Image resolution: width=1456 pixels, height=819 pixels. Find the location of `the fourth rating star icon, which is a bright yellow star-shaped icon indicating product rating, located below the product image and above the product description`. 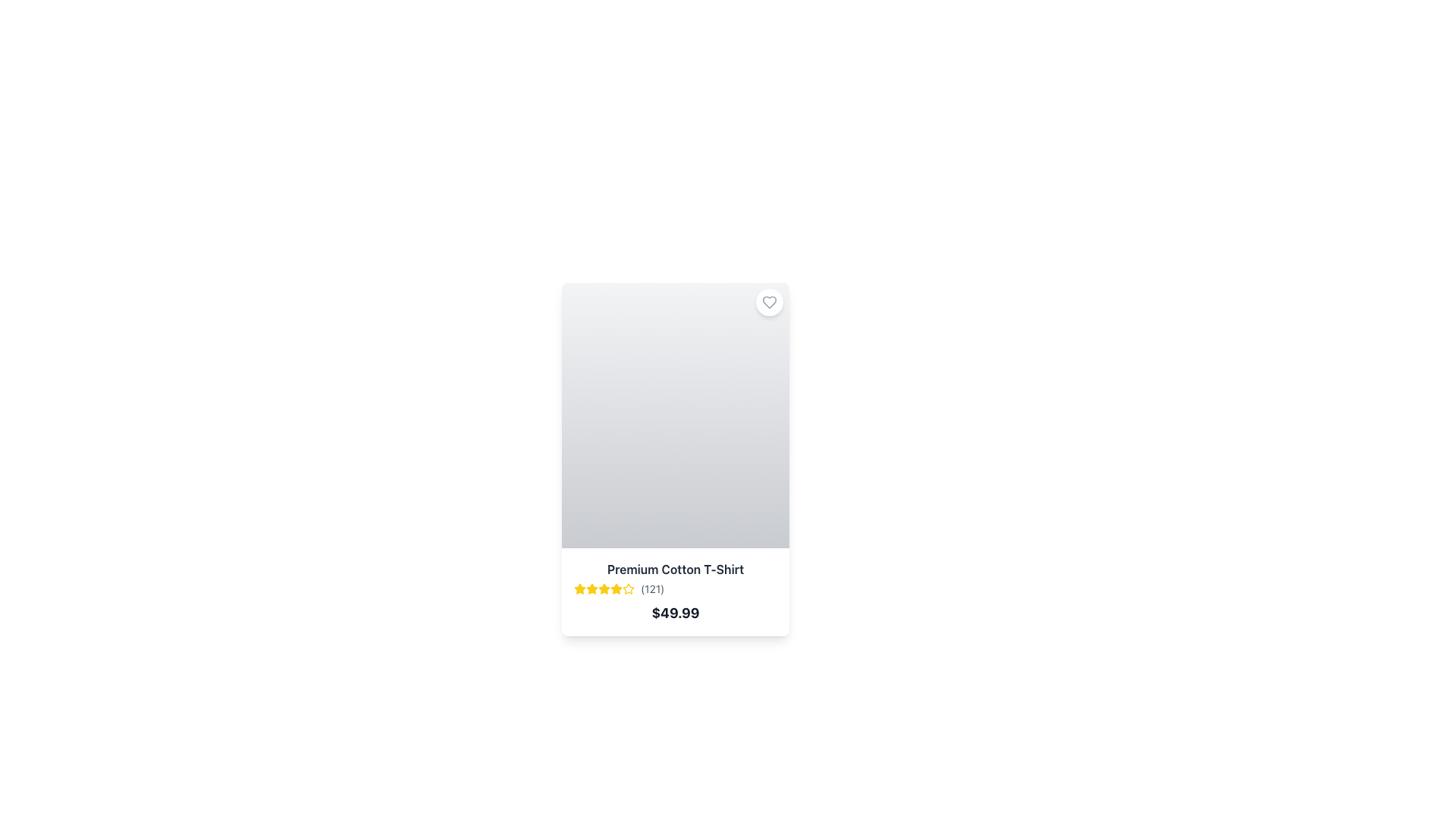

the fourth rating star icon, which is a bright yellow star-shaped icon indicating product rating, located below the product image and above the product description is located at coordinates (616, 588).